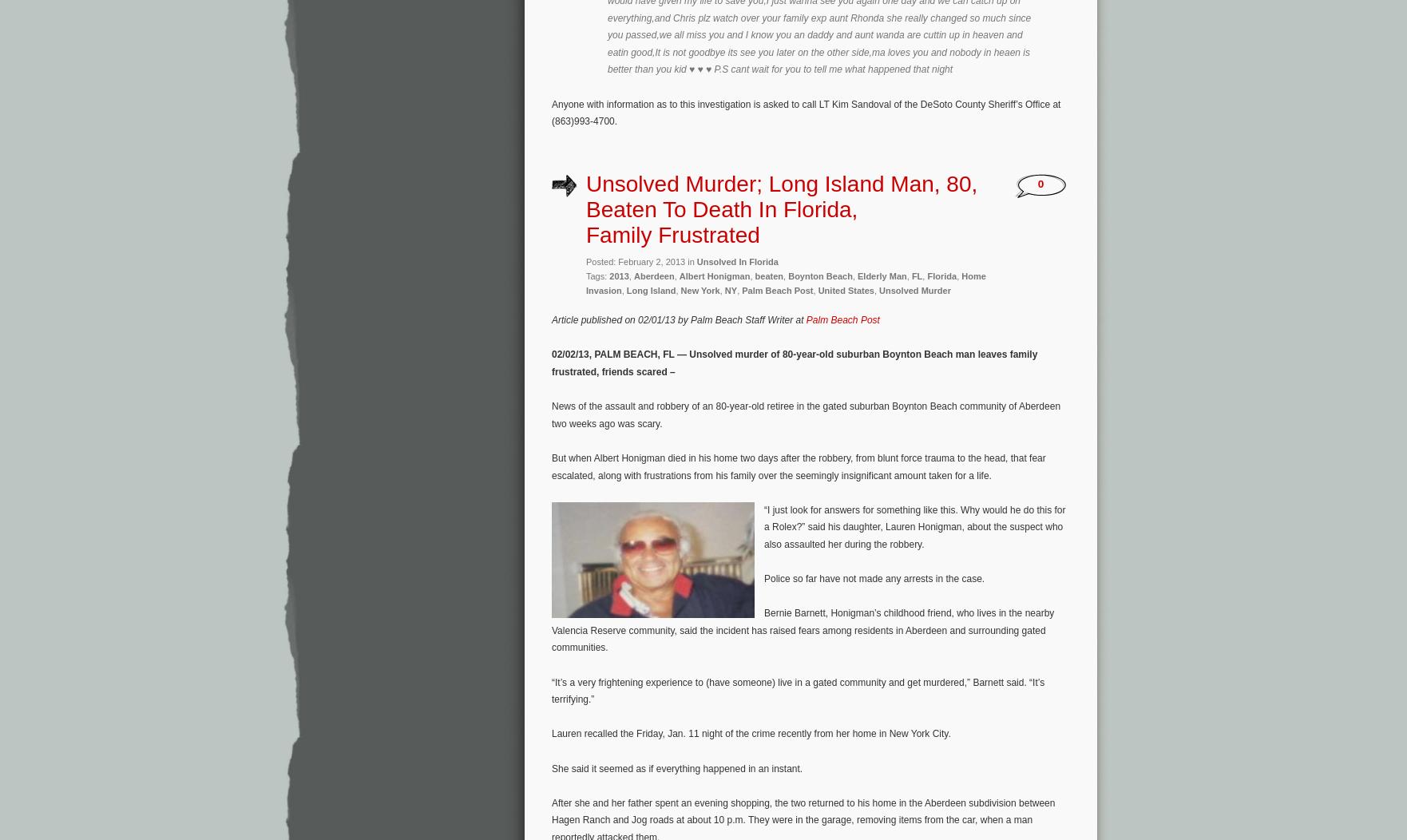 The width and height of the screenshot is (1407, 840). Describe the element at coordinates (677, 319) in the screenshot. I see `'Article published on 02/01/13 by Palm Beach Staff Writer at'` at that location.